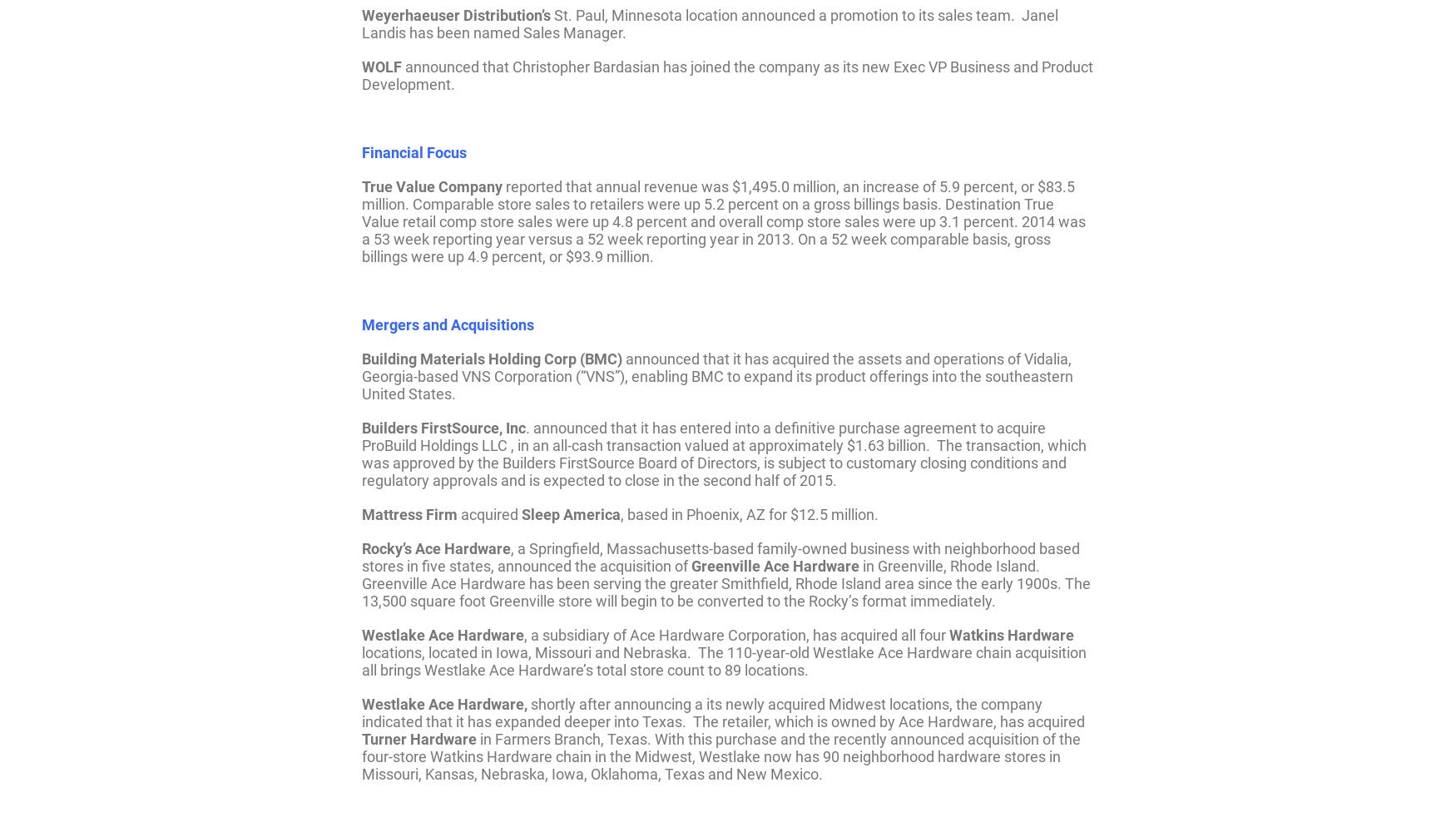  I want to click on 'Westlake Ace Hardware', so click(442, 633).